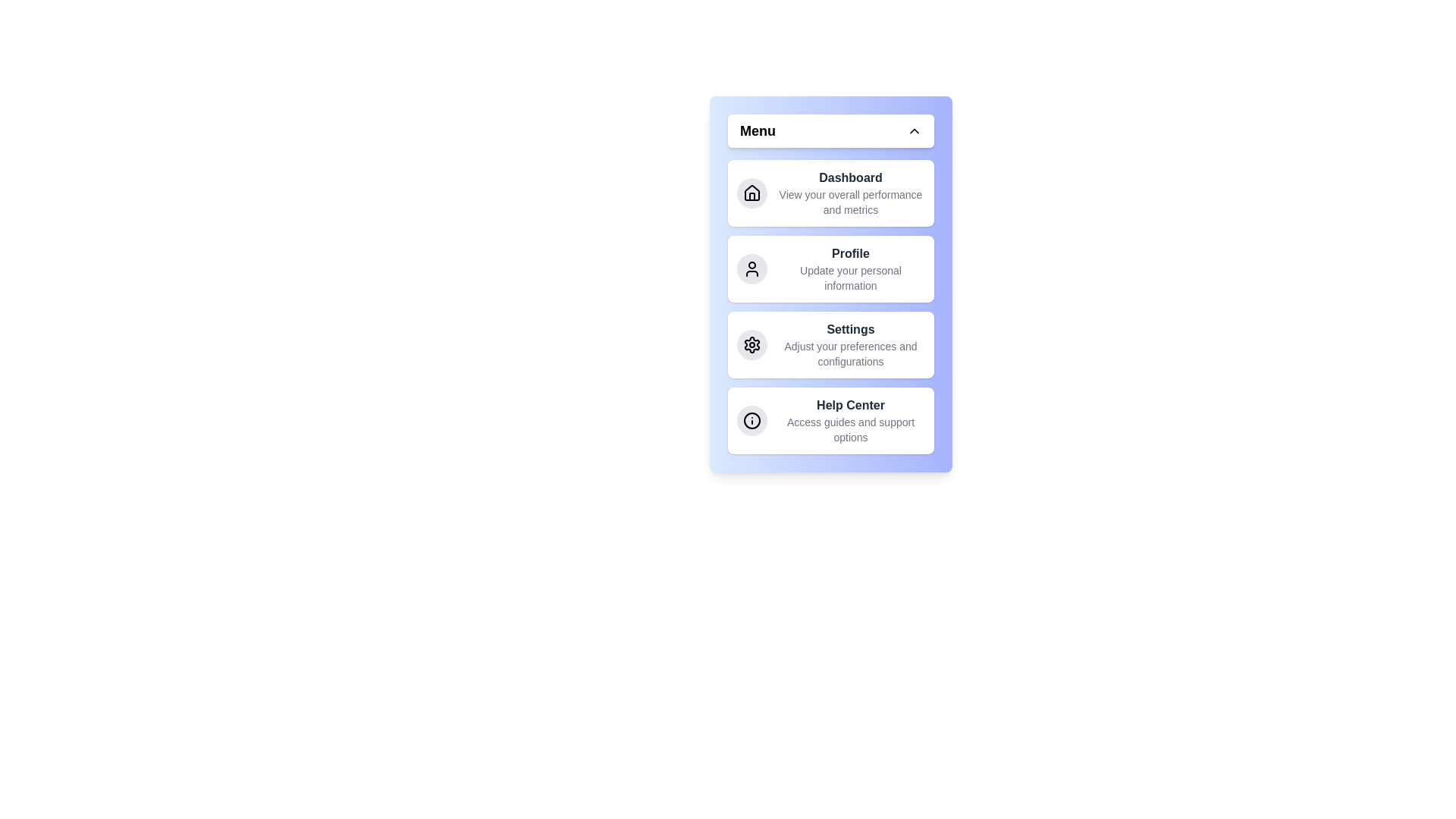  I want to click on the menu item Help Center to observe the hover effect, so click(830, 421).